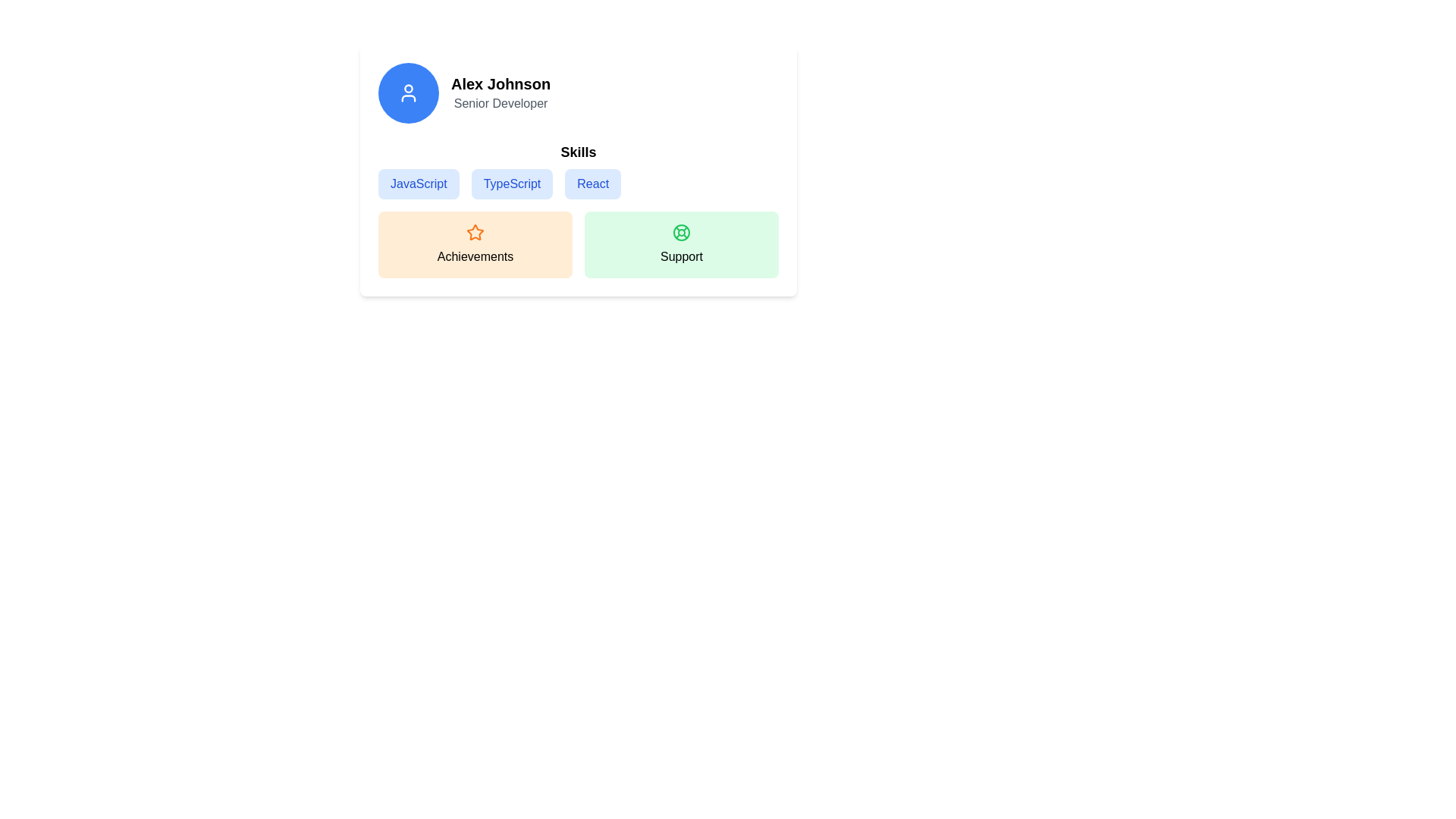  Describe the element at coordinates (592, 184) in the screenshot. I see `the label with the text 'React', which has a blue background and rounded corners, located centrally in the horizontal row of skills elements` at that location.